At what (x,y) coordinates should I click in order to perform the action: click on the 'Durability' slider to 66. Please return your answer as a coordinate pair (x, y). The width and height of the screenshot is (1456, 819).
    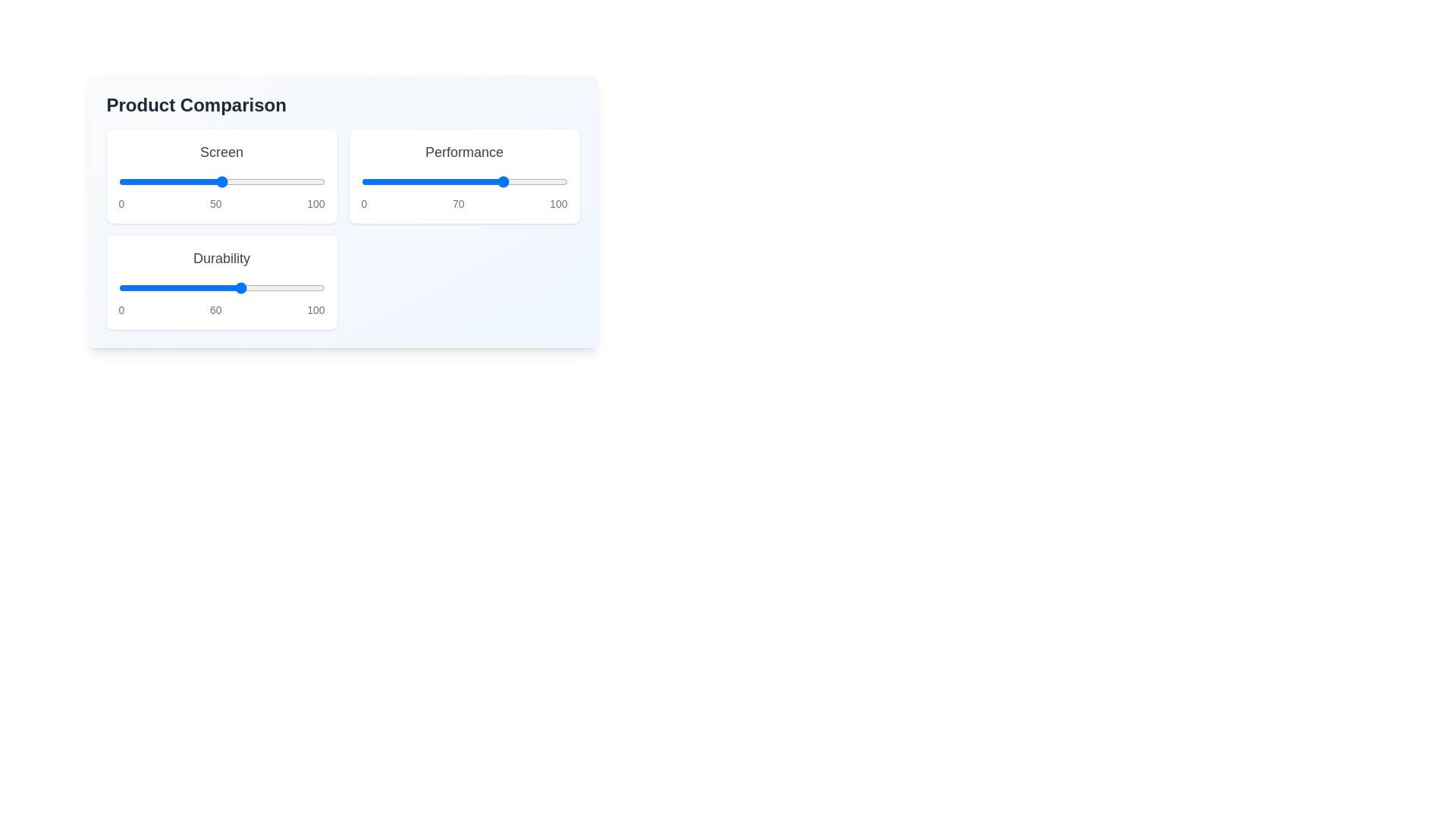
    Looking at the image, I should click on (255, 288).